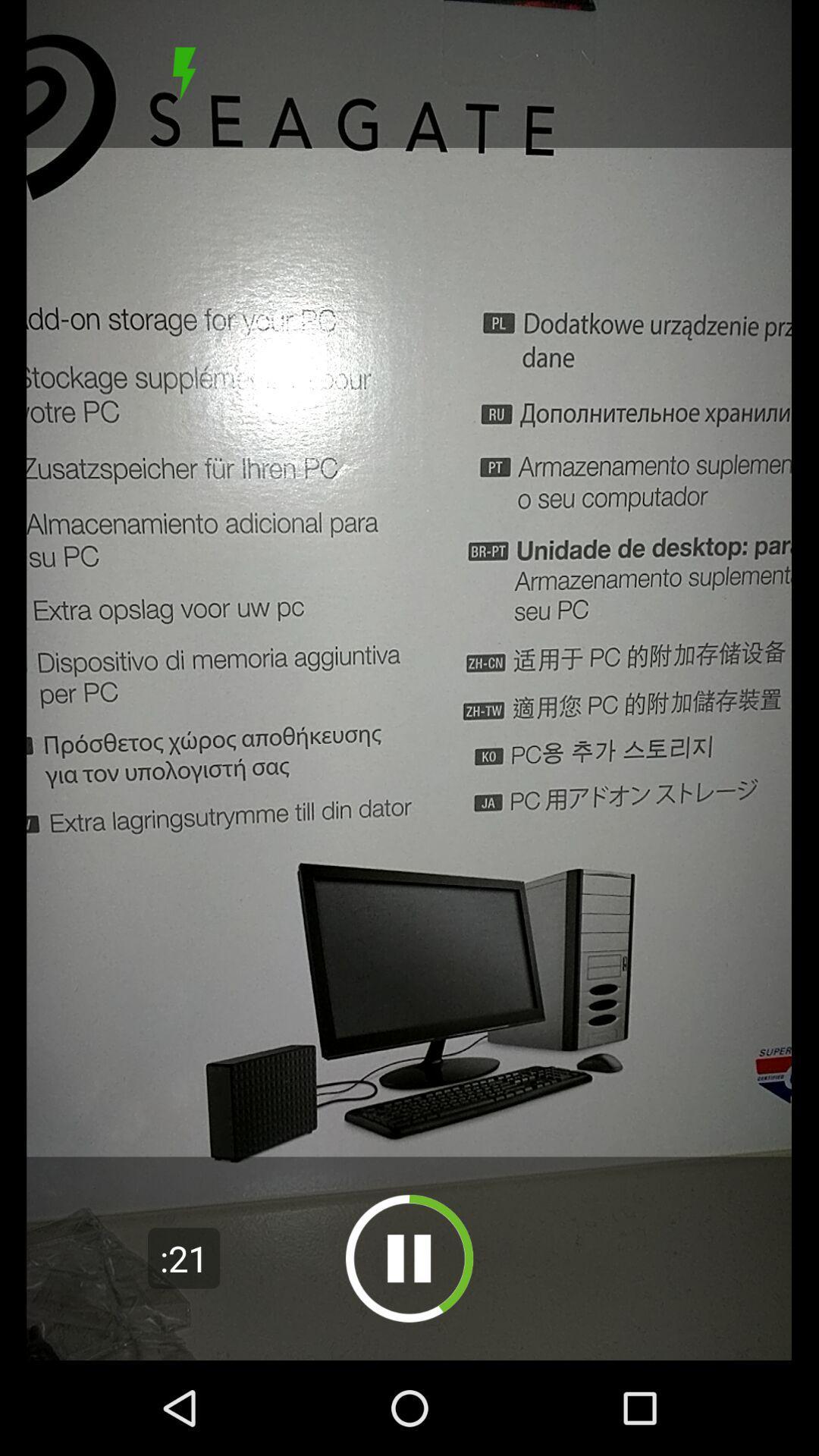 This screenshot has width=819, height=1456. I want to click on stop the play button, so click(184, 73).